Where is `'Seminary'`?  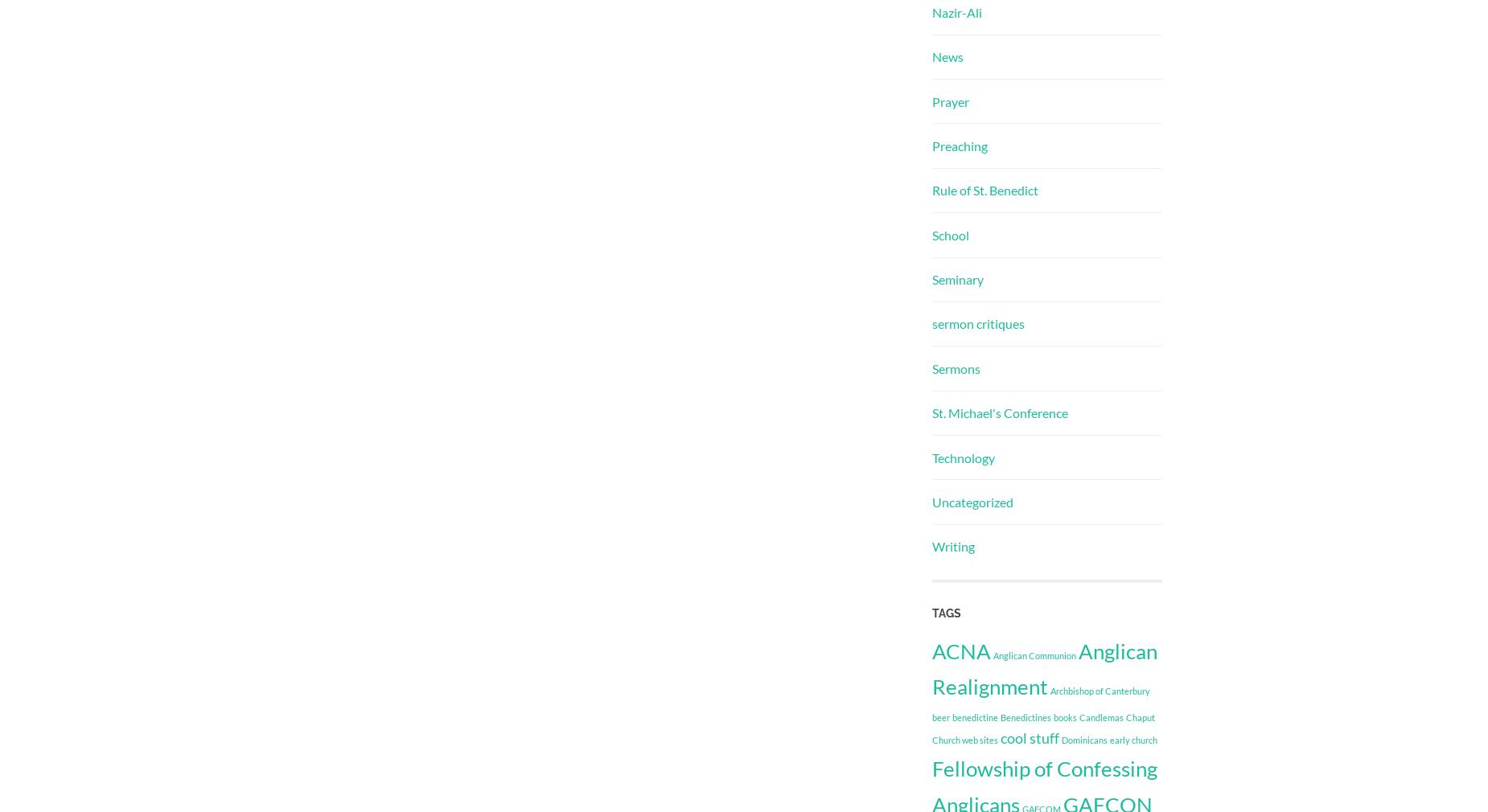
'Seminary' is located at coordinates (957, 279).